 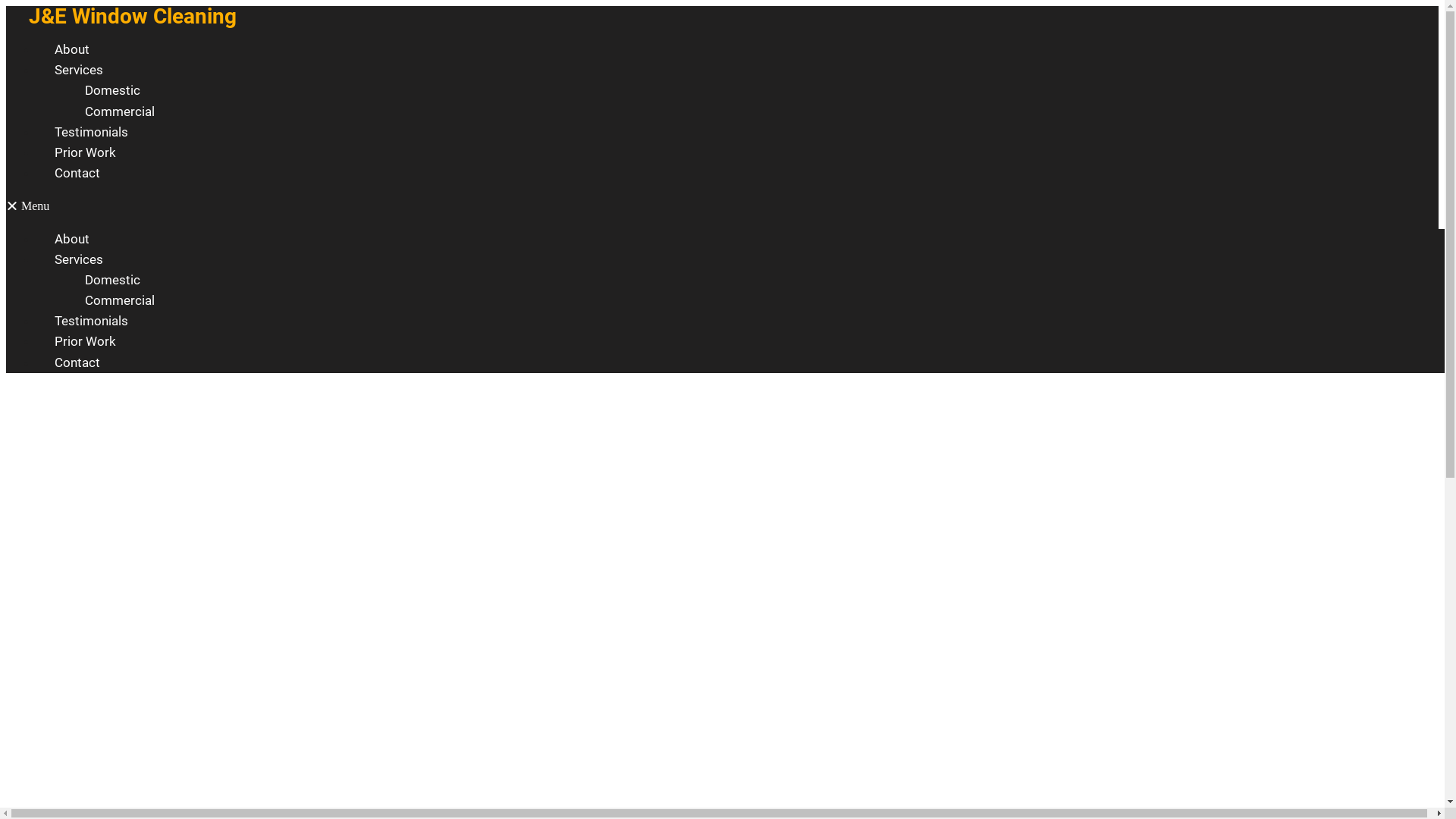 What do you see at coordinates (71, 237) in the screenshot?
I see `'About'` at bounding box center [71, 237].